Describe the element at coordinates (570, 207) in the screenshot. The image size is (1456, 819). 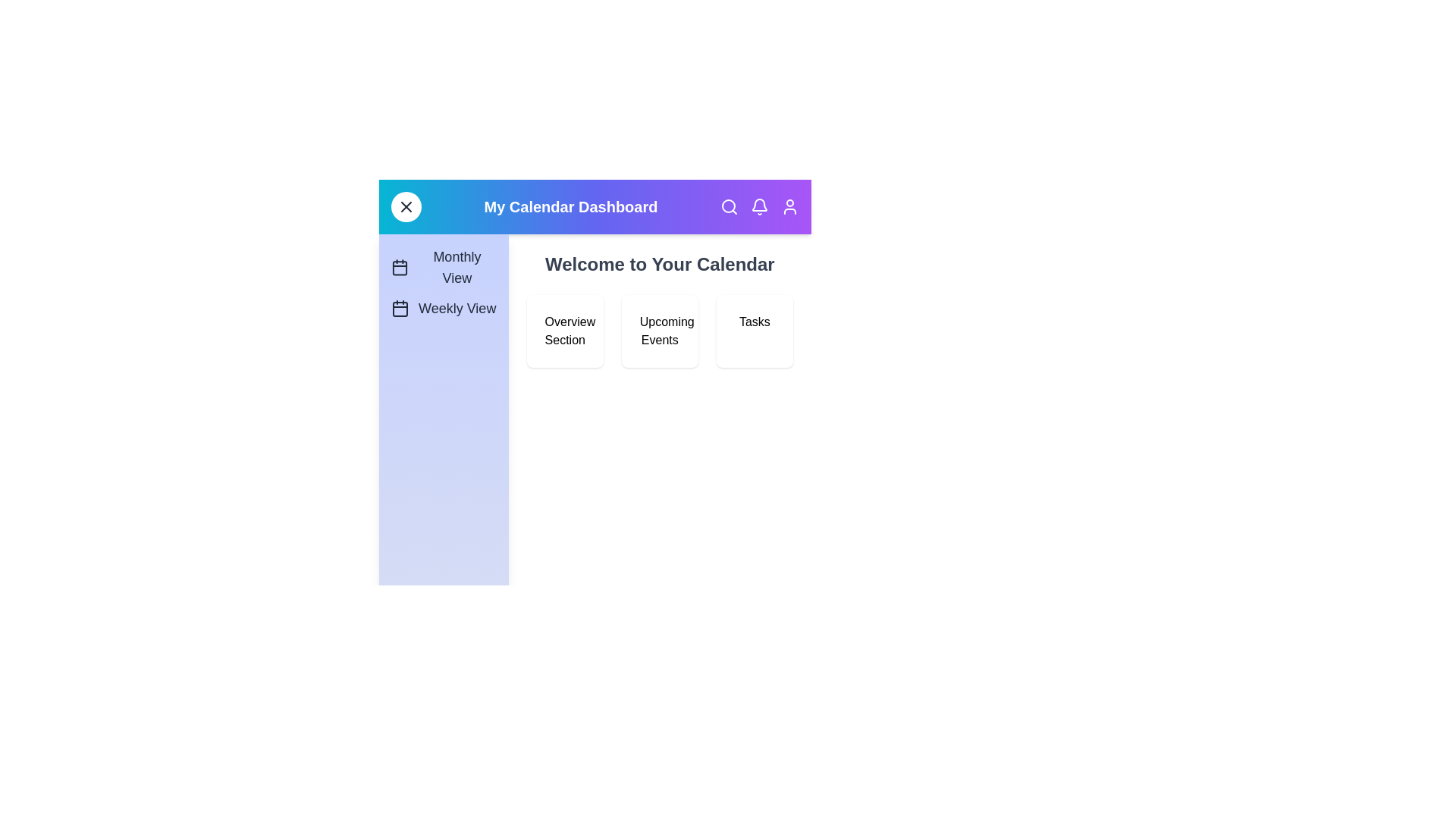
I see `the text label that serves as the title or heading of the current dashboard interface, located near the center of the header section` at that location.